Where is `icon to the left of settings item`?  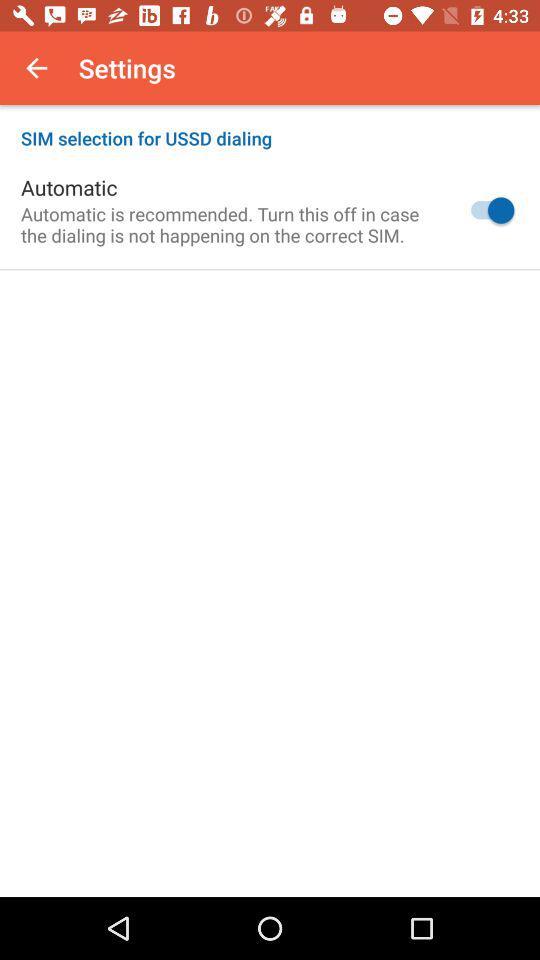 icon to the left of settings item is located at coordinates (36, 68).